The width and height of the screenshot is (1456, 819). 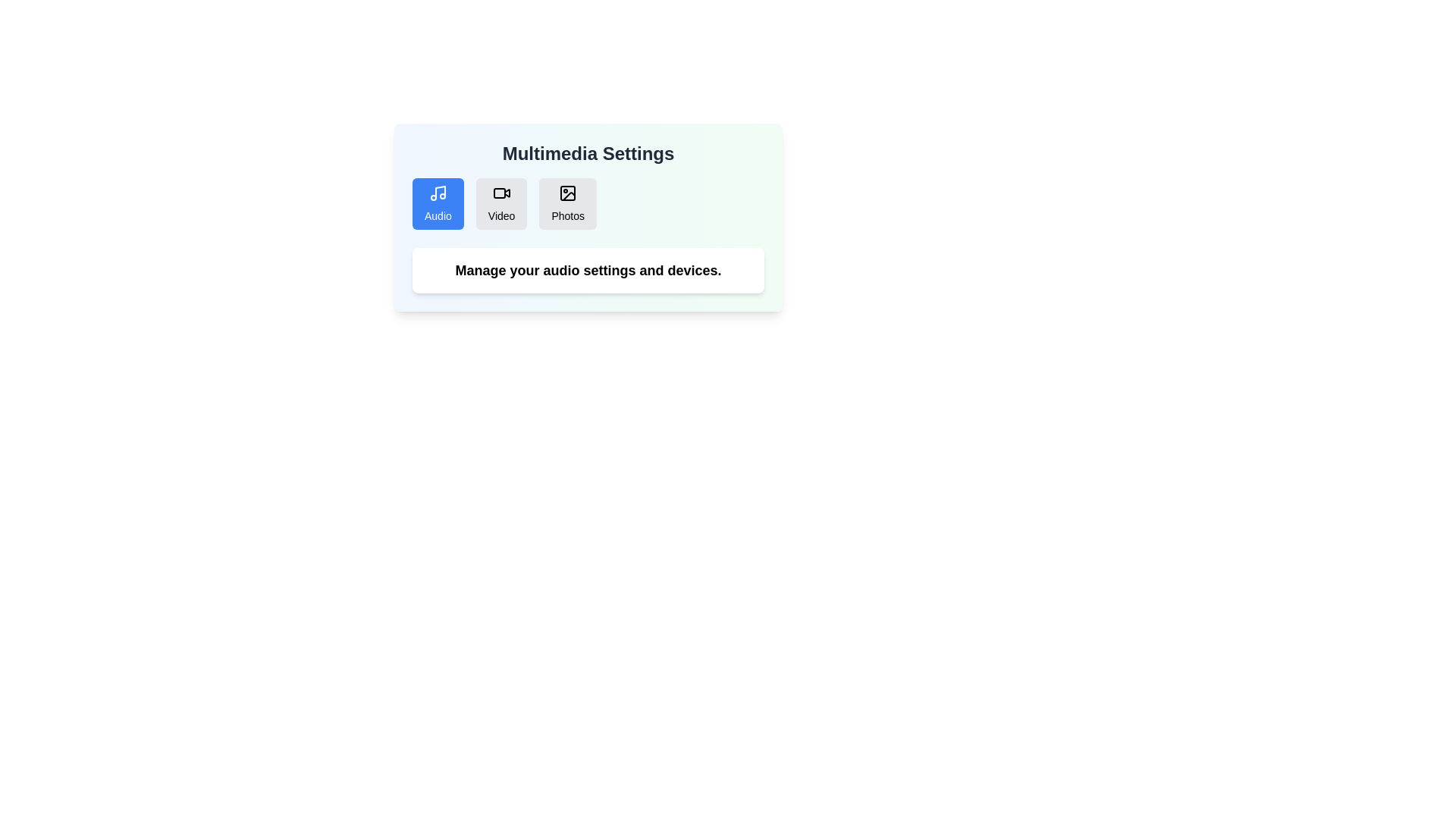 What do you see at coordinates (501, 192) in the screenshot?
I see `the non-interactive video icon that visually represents the video section of a multimedia settings interface, located in the middle button of a row flanked by blue 'Audio' and gray 'Photos' buttons` at bounding box center [501, 192].